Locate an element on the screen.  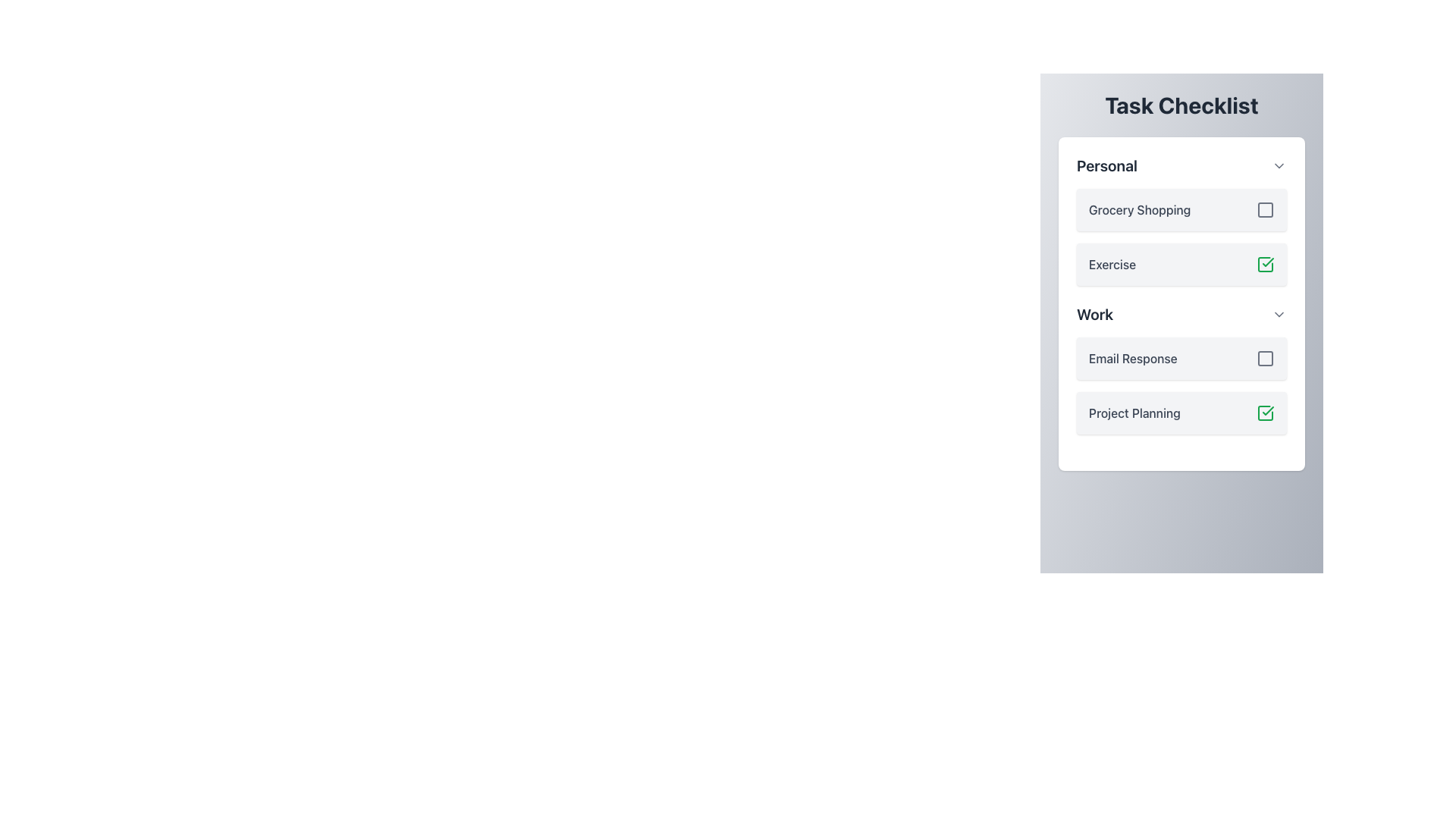
descriptive label for the task entry 'Project Planning' located on the left side of the 'Work' section in the checklist interface is located at coordinates (1134, 413).